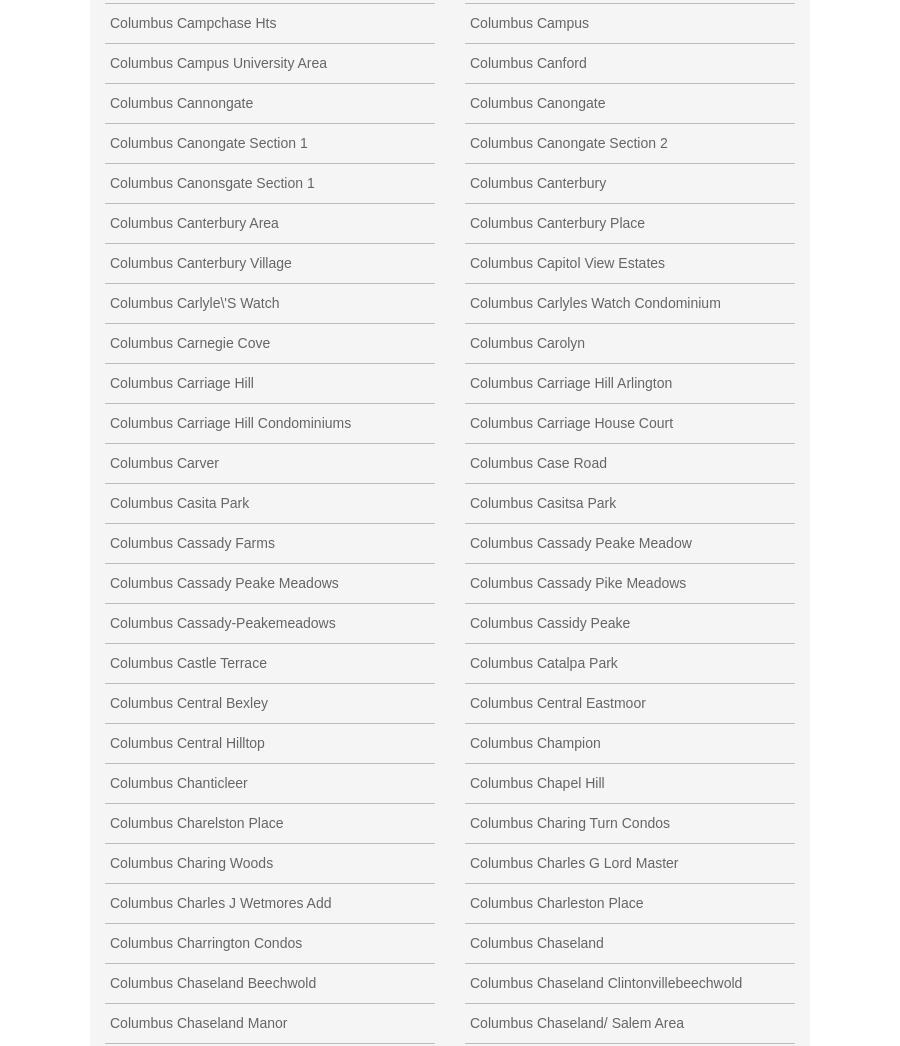 This screenshot has width=900, height=1046. What do you see at coordinates (536, 780) in the screenshot?
I see `'Columbus Chapel Hill'` at bounding box center [536, 780].